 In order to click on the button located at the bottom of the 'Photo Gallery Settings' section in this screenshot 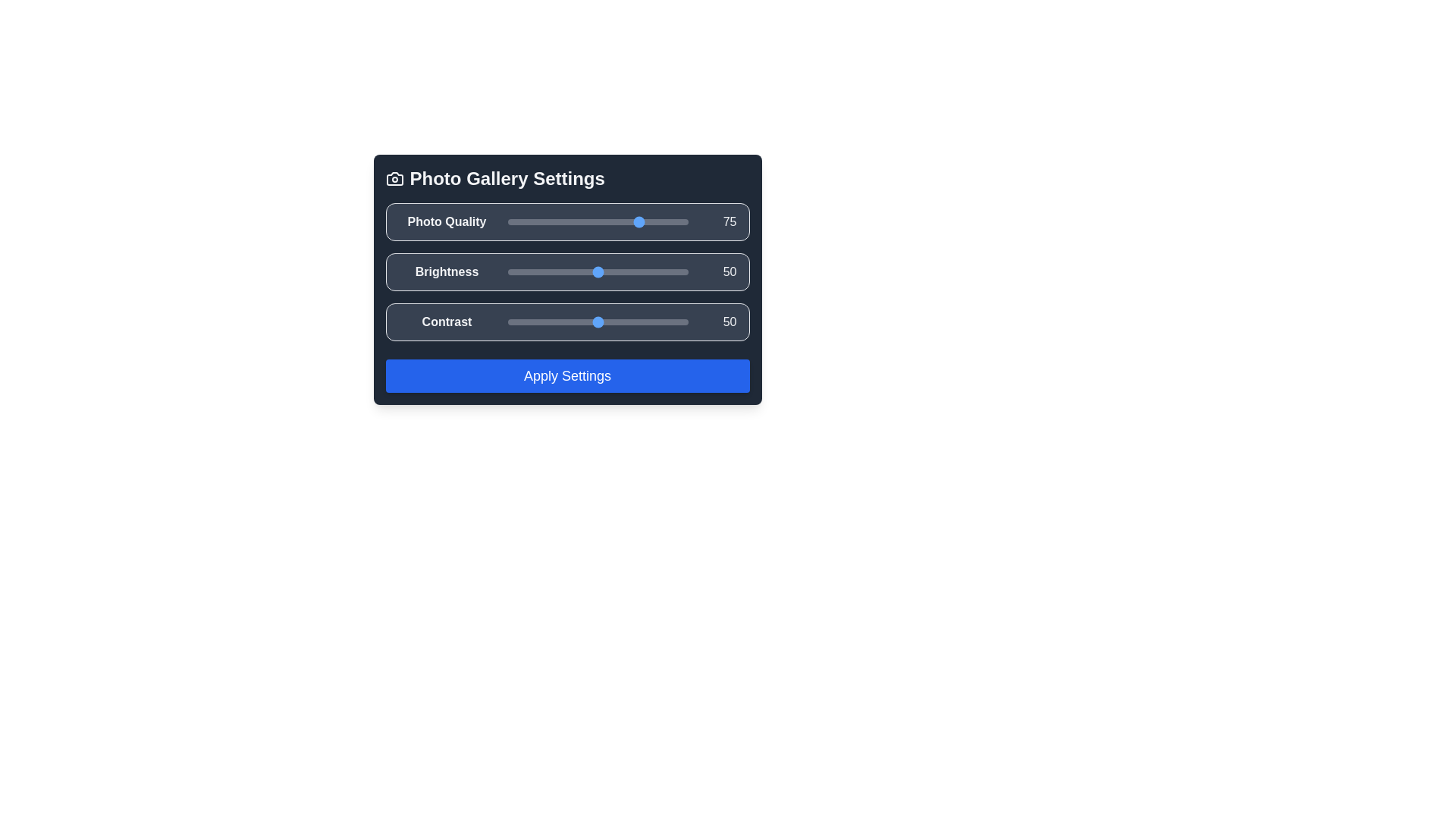, I will do `click(566, 375)`.